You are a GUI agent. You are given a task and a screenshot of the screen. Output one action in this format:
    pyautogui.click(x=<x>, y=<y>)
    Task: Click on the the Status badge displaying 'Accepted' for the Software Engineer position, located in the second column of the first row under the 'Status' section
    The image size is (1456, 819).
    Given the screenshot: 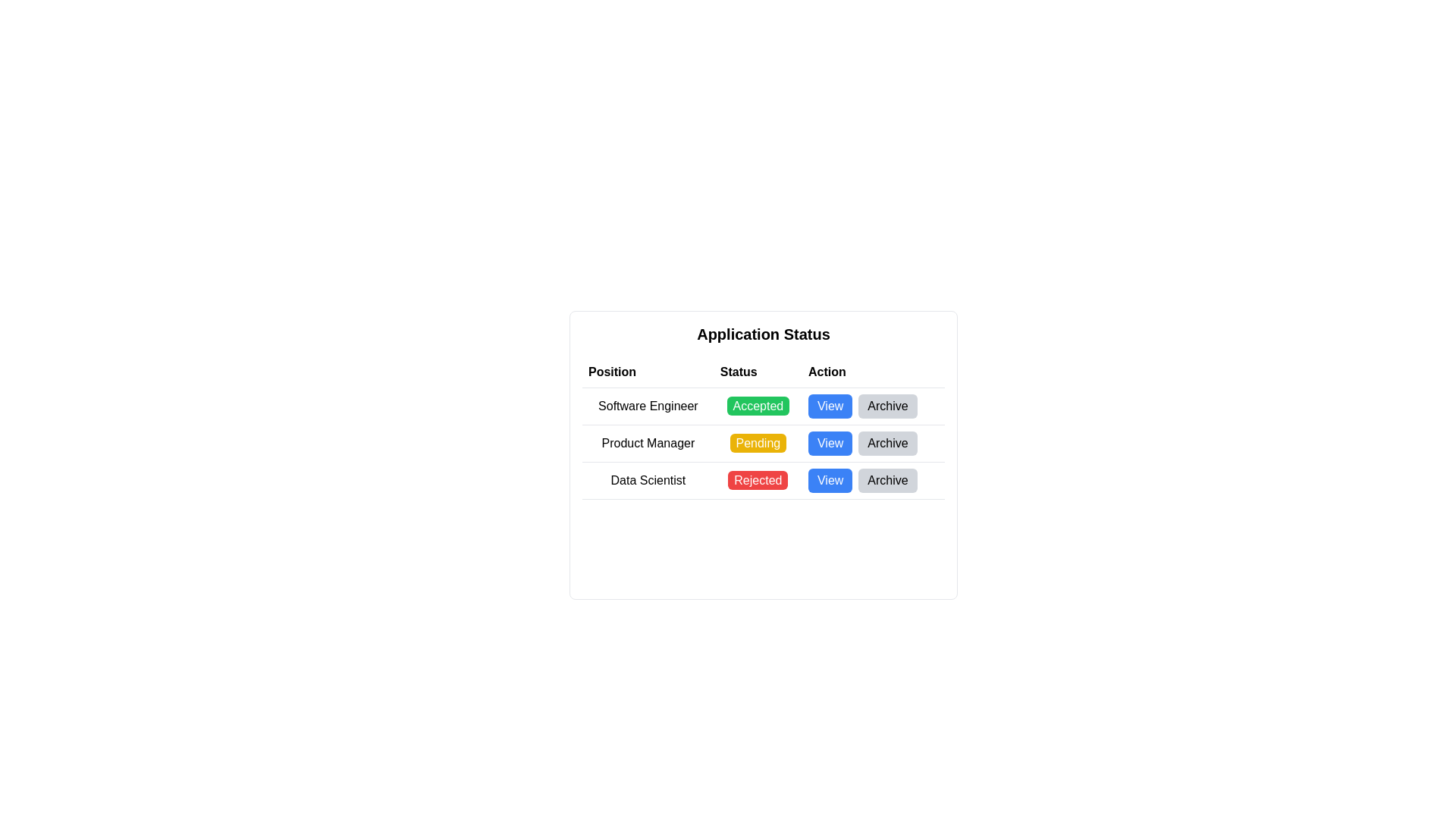 What is the action you would take?
    pyautogui.click(x=758, y=406)
    